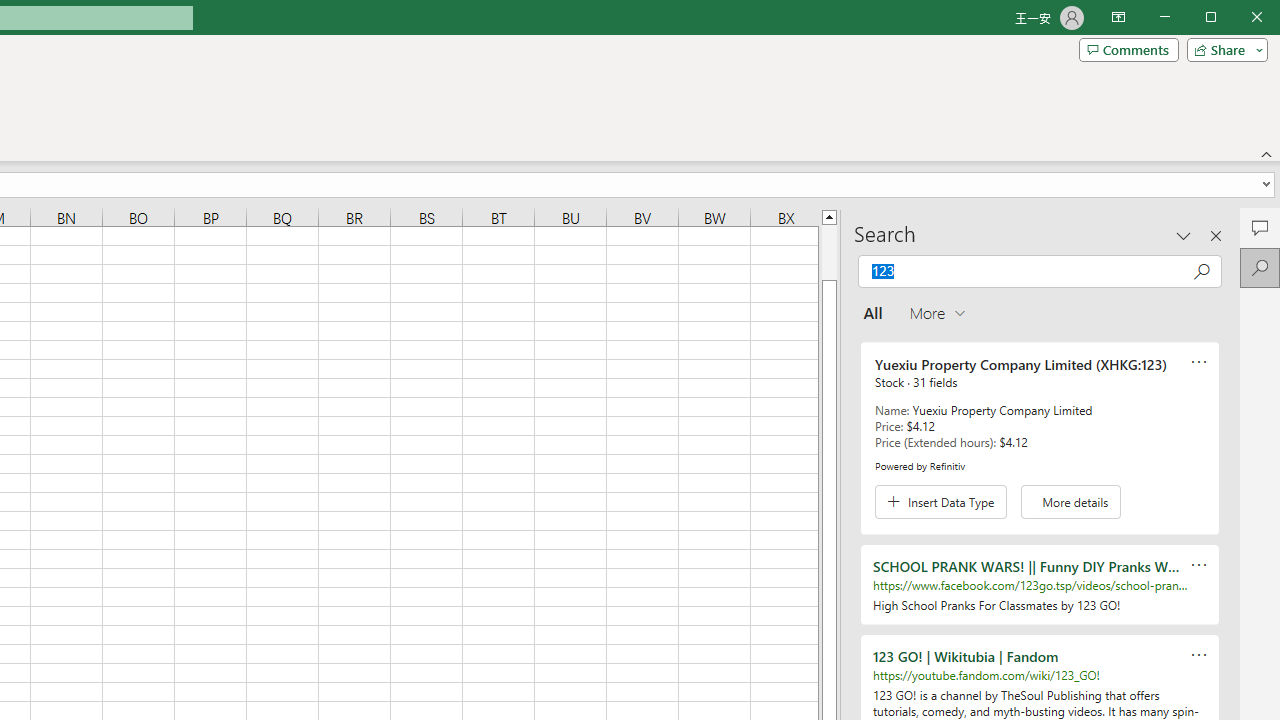  Describe the element at coordinates (1238, 19) in the screenshot. I see `'Maximize'` at that location.